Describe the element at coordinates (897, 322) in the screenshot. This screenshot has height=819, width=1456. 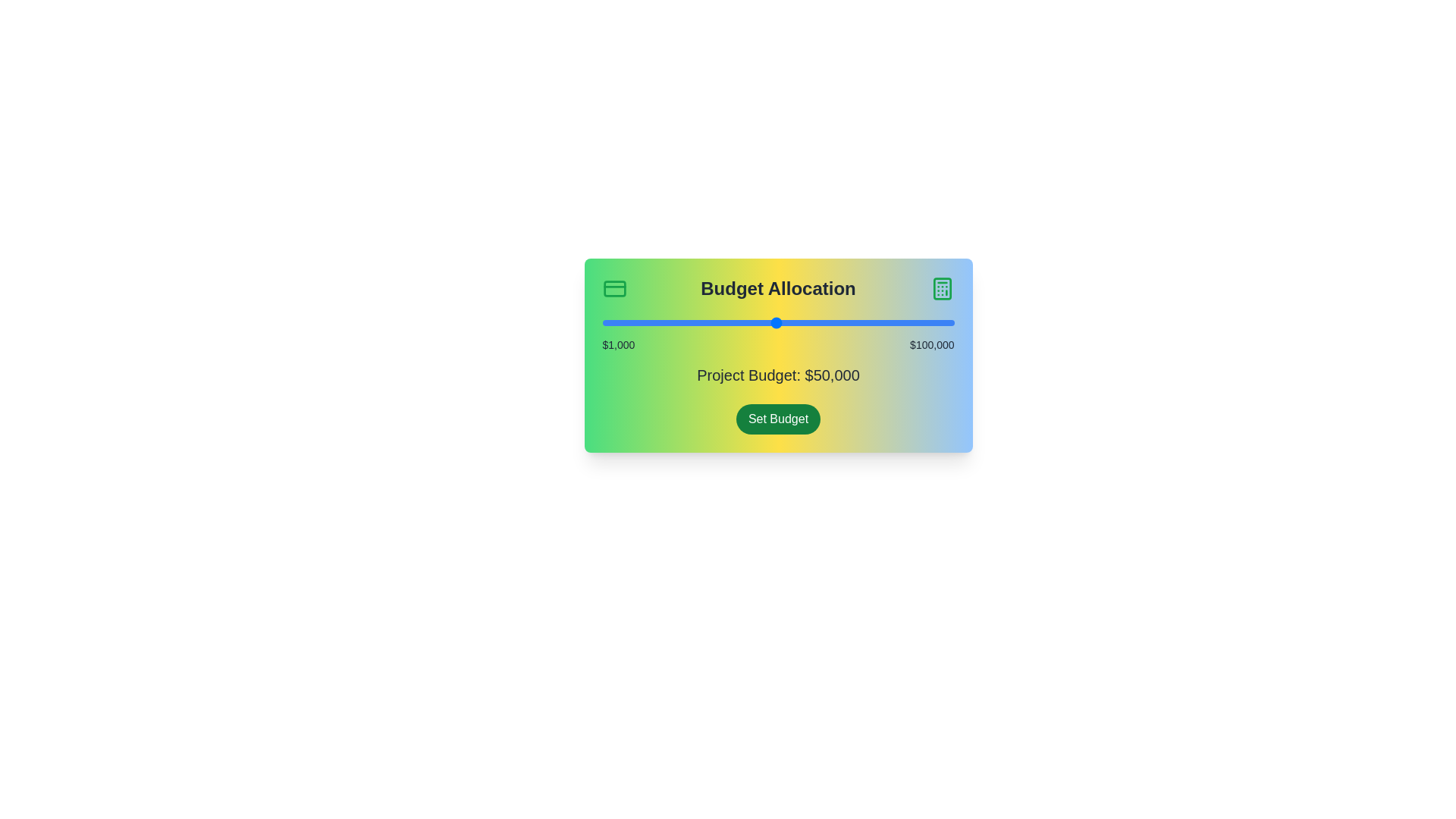
I see `the slider to set the project budget to 83998 dollars` at that location.